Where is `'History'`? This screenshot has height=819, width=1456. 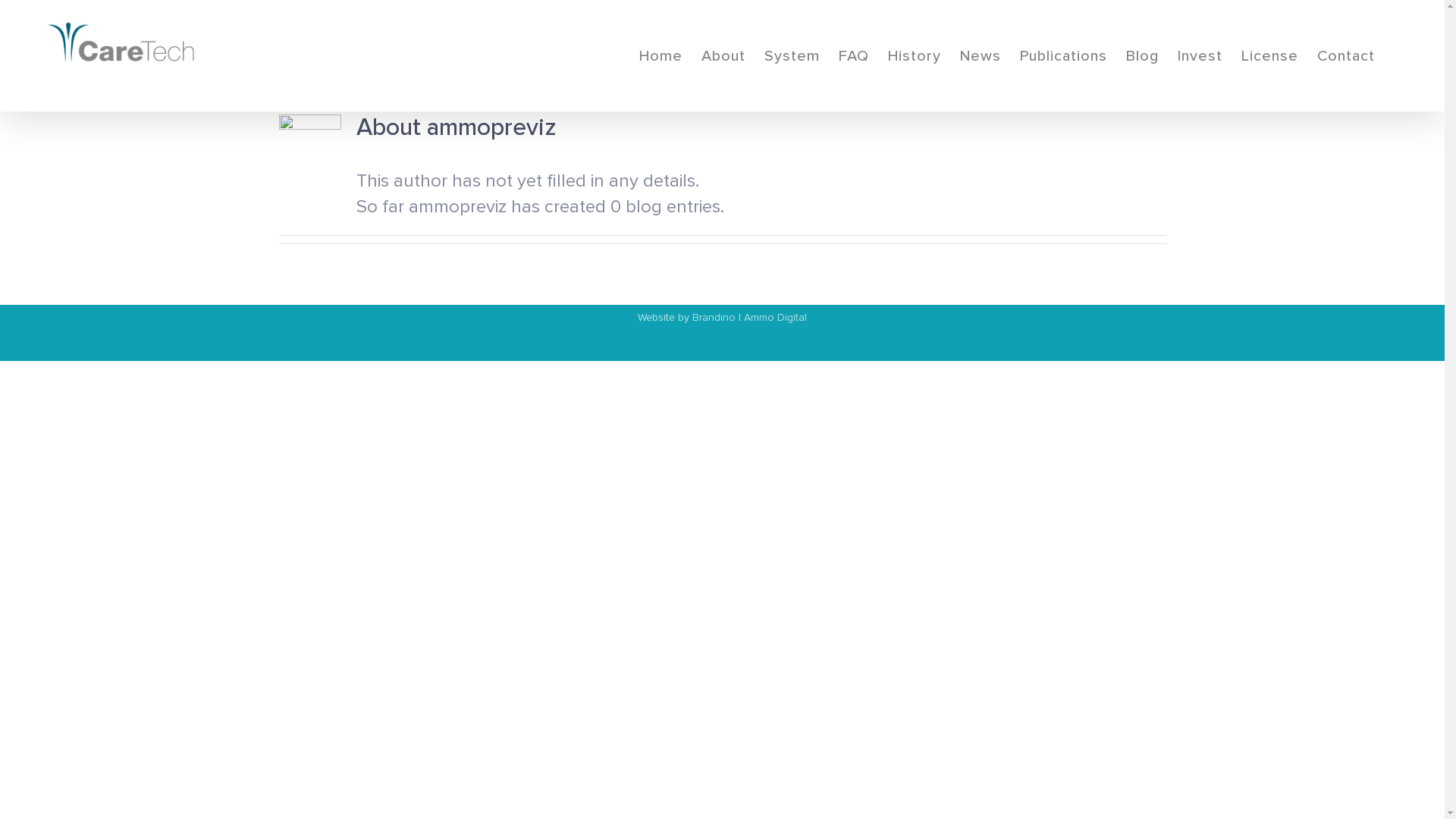 'History' is located at coordinates (913, 55).